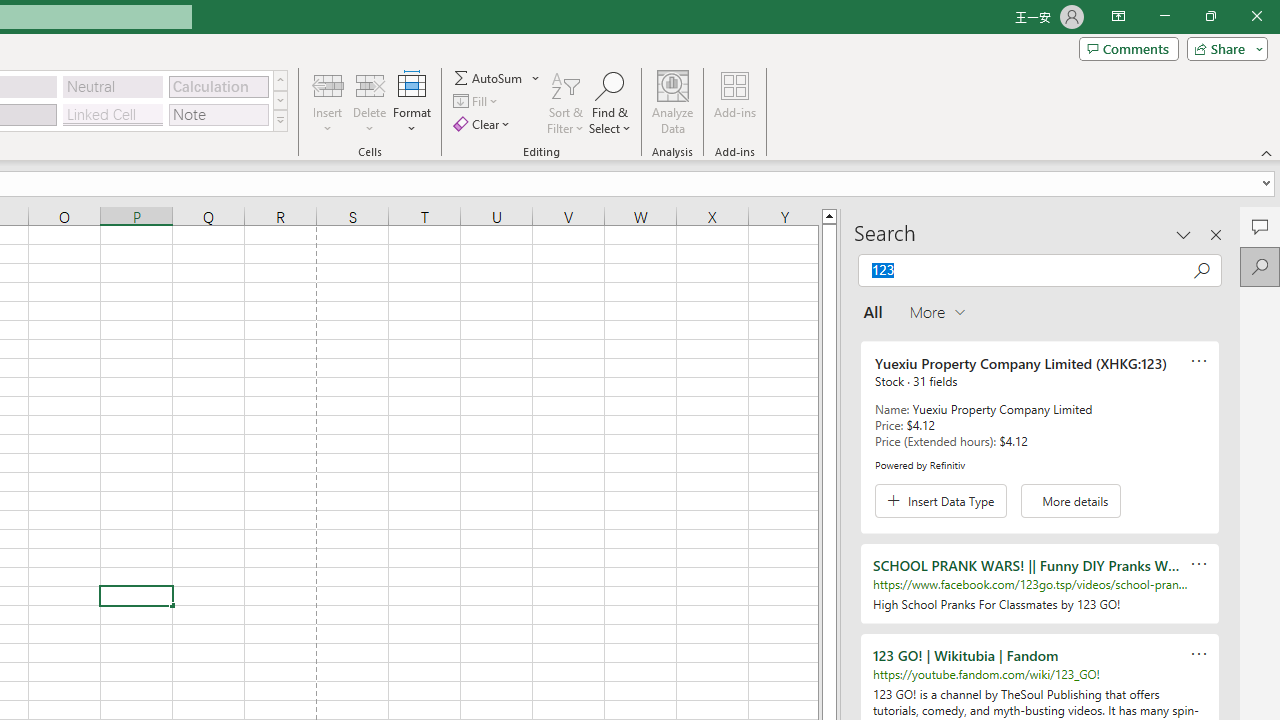 This screenshot has height=720, width=1280. I want to click on 'Linked Cell', so click(112, 114).